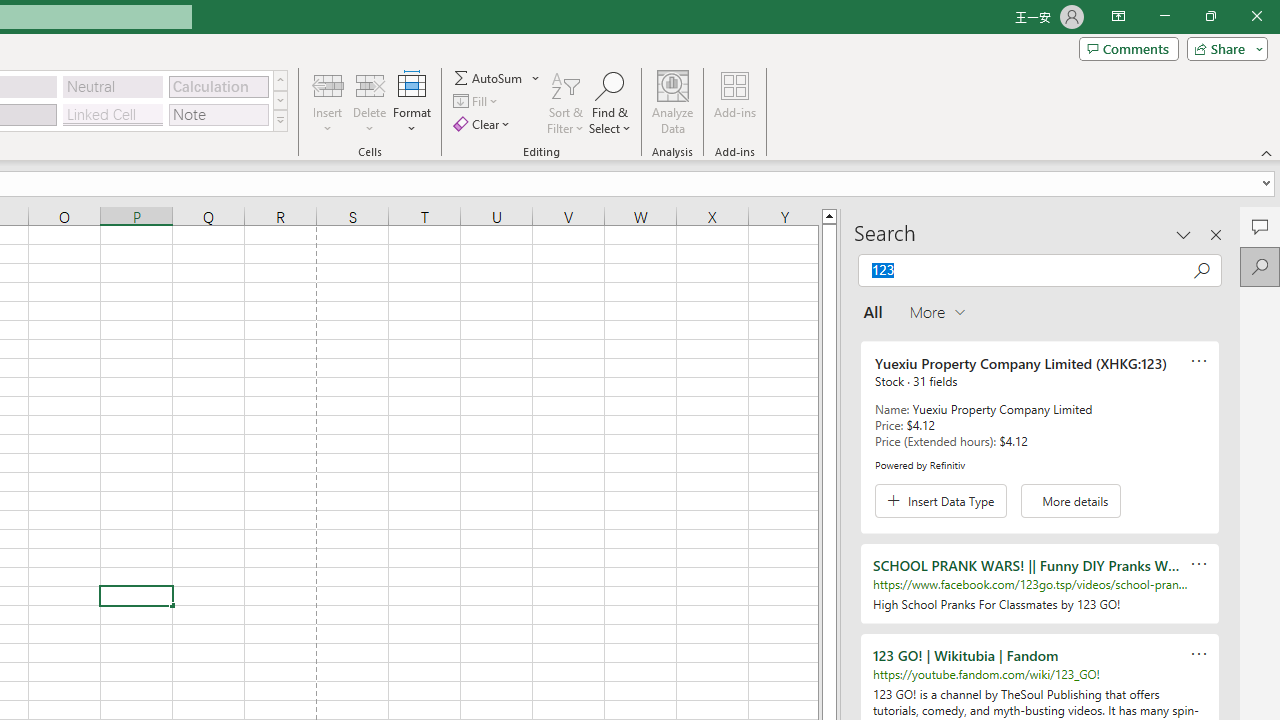 This screenshot has height=720, width=1280. I want to click on 'Linked Cell', so click(112, 114).